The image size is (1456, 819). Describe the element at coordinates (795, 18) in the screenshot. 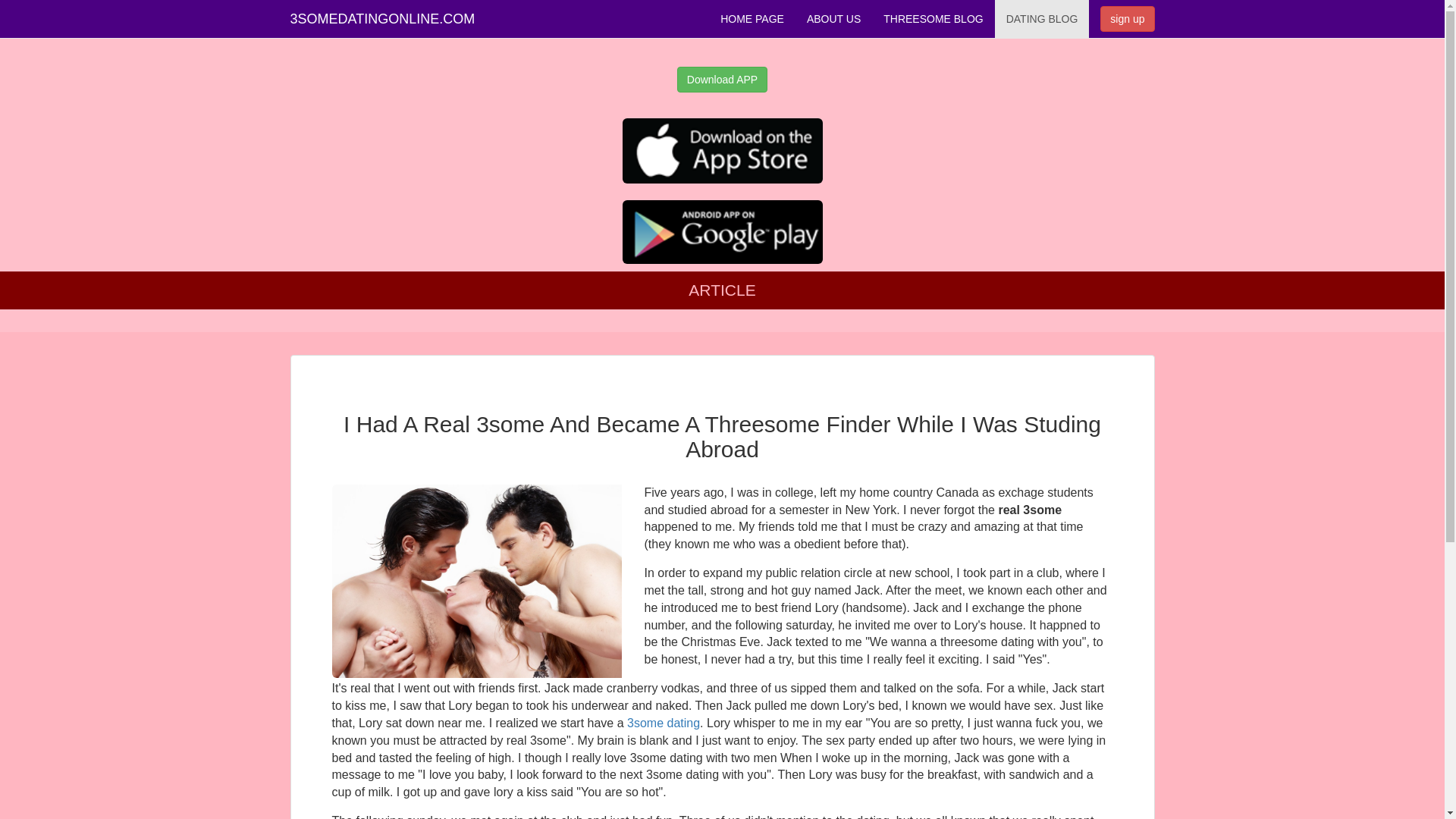

I see `'ABOUT US'` at that location.